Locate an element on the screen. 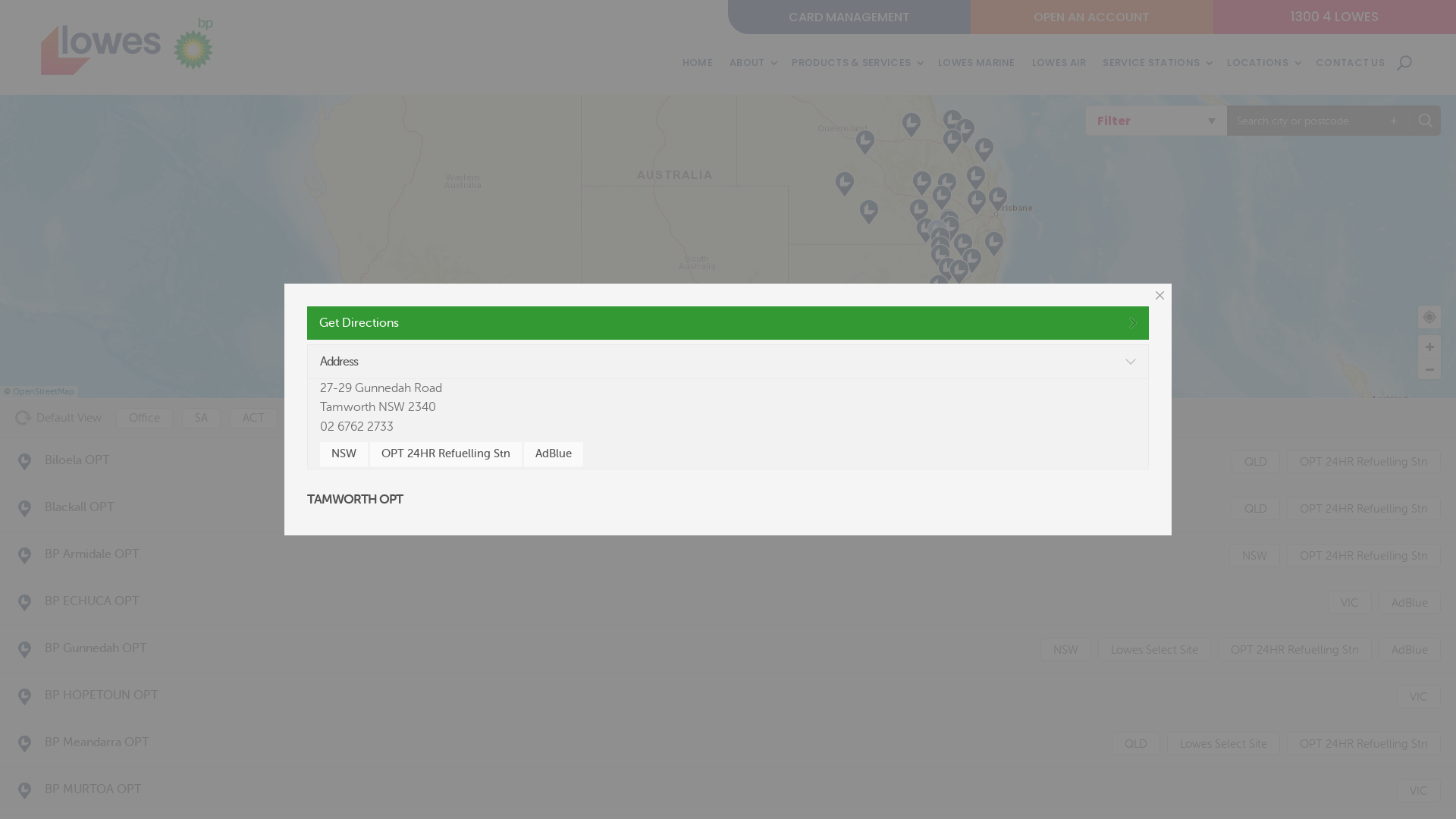 Image resolution: width=1456 pixels, height=819 pixels. 'Lowes Select Site' is located at coordinates (1153, 648).